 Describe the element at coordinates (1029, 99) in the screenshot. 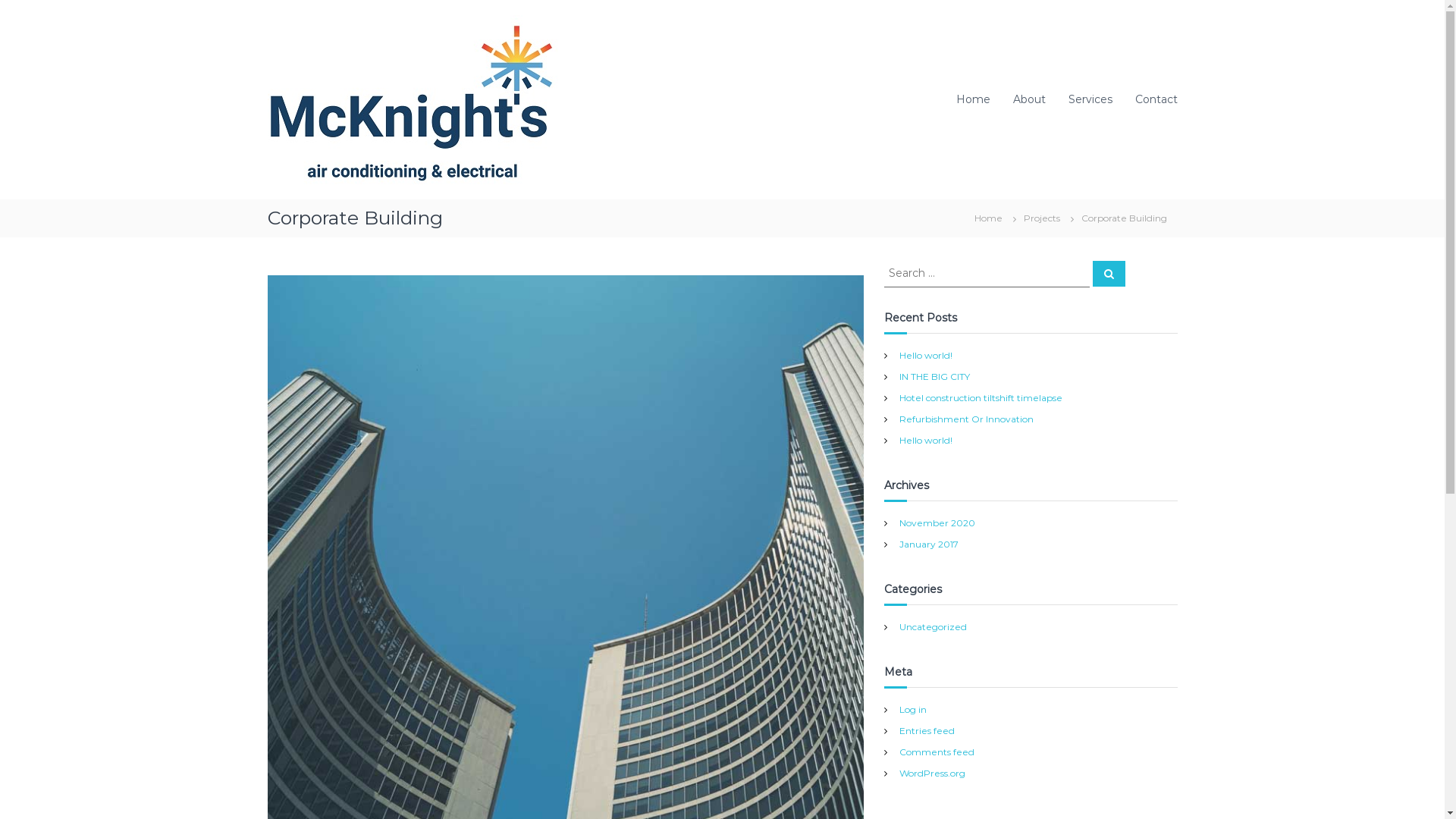

I see `'About'` at that location.